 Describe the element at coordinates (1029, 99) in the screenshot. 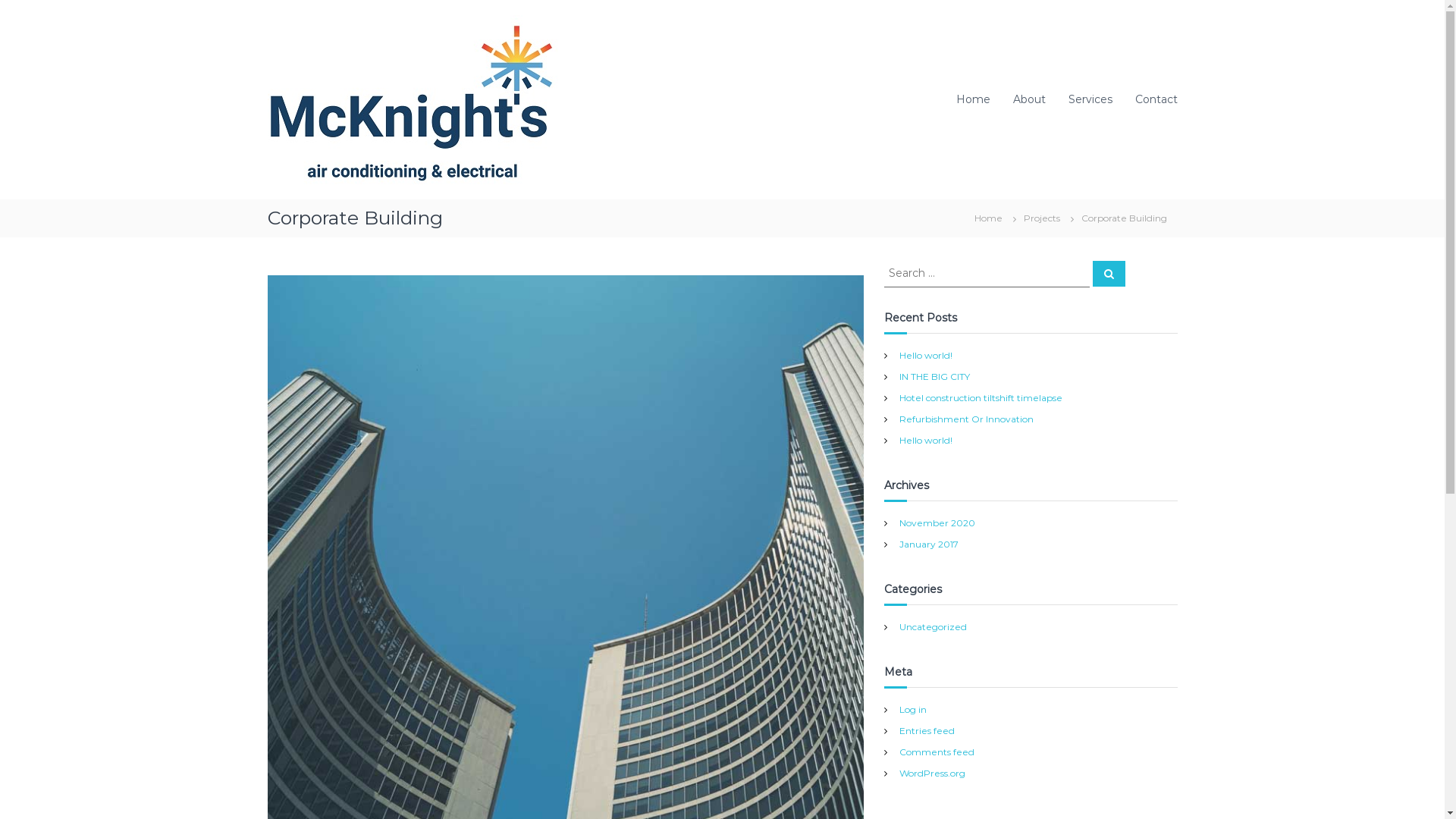

I see `'About'` at that location.